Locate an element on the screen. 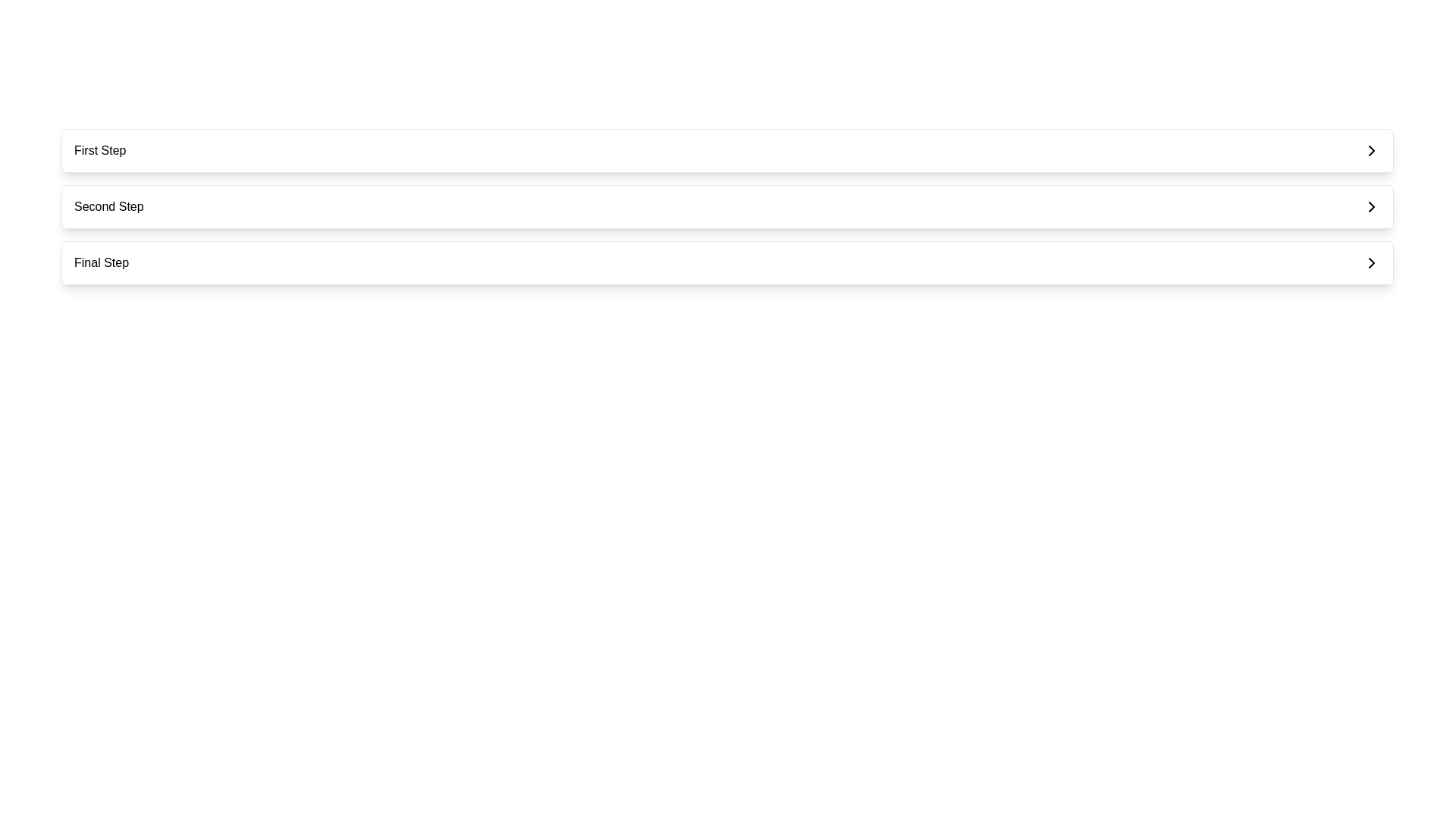 The width and height of the screenshot is (1456, 819). the small right-facing chevron arrow icon located at the far right end of the 'First Step' option in the vertical list is located at coordinates (1372, 151).